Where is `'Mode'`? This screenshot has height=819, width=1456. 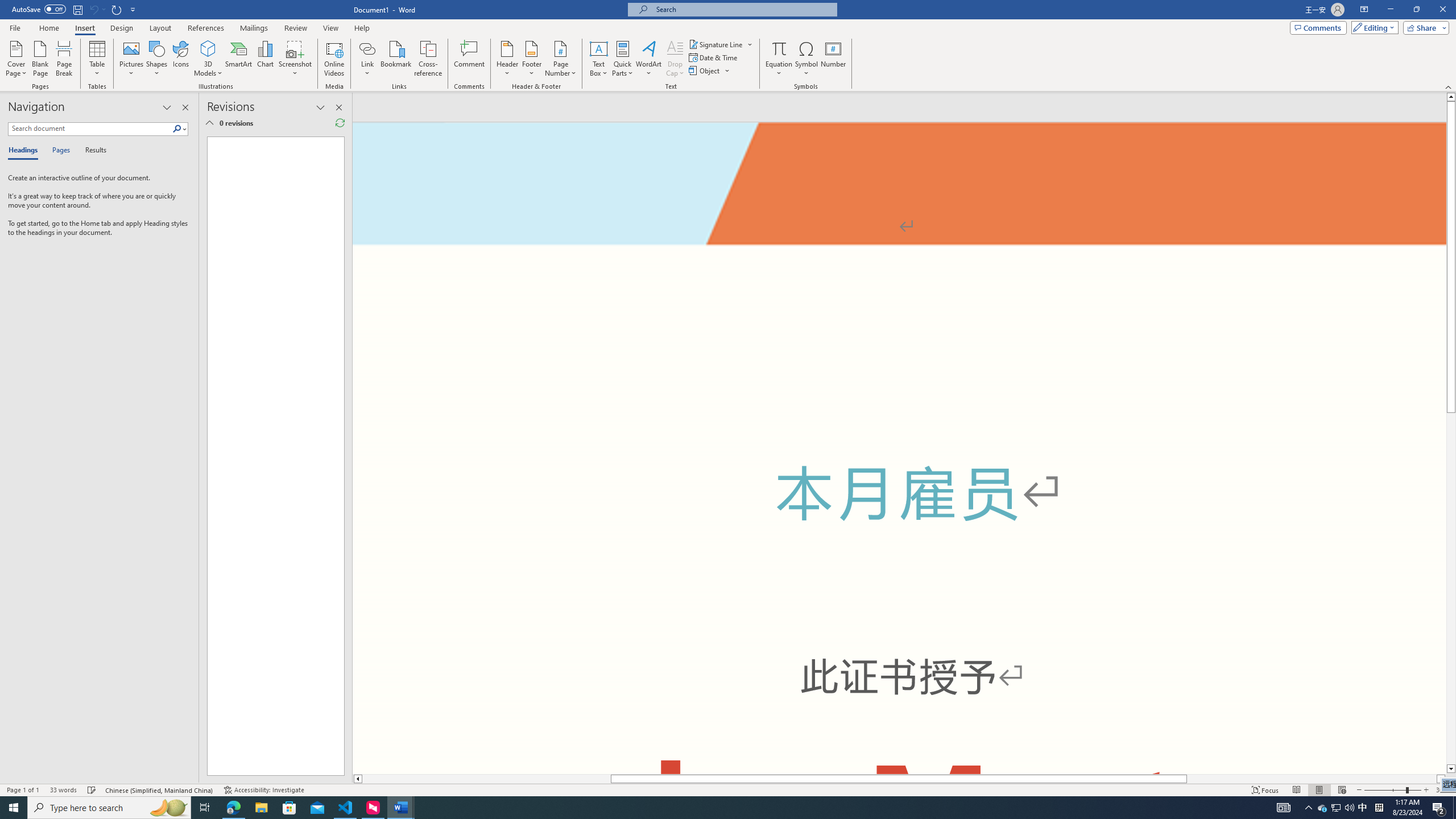
'Mode' is located at coordinates (1372, 27).